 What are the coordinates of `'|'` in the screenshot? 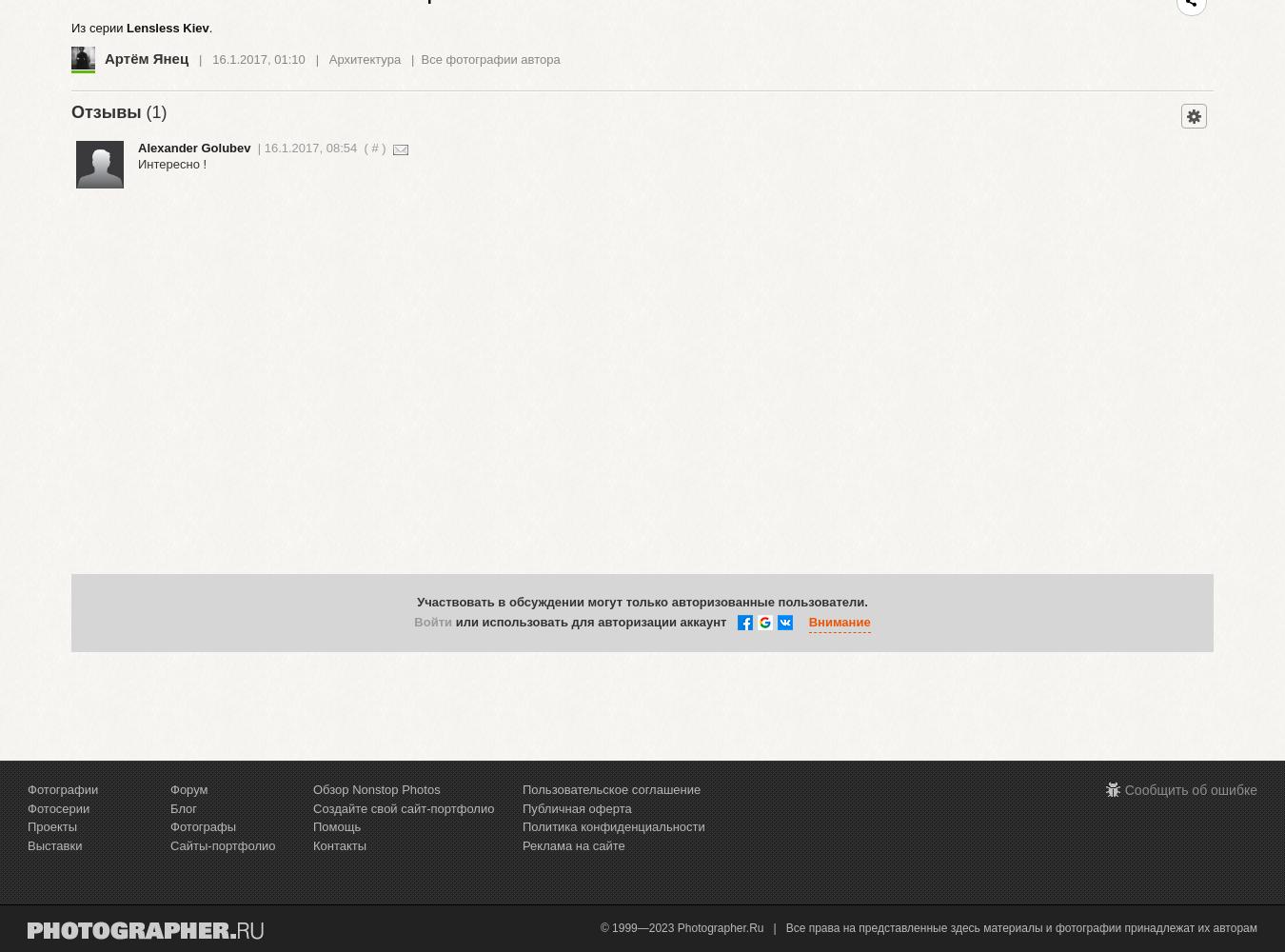 It's located at (410, 58).